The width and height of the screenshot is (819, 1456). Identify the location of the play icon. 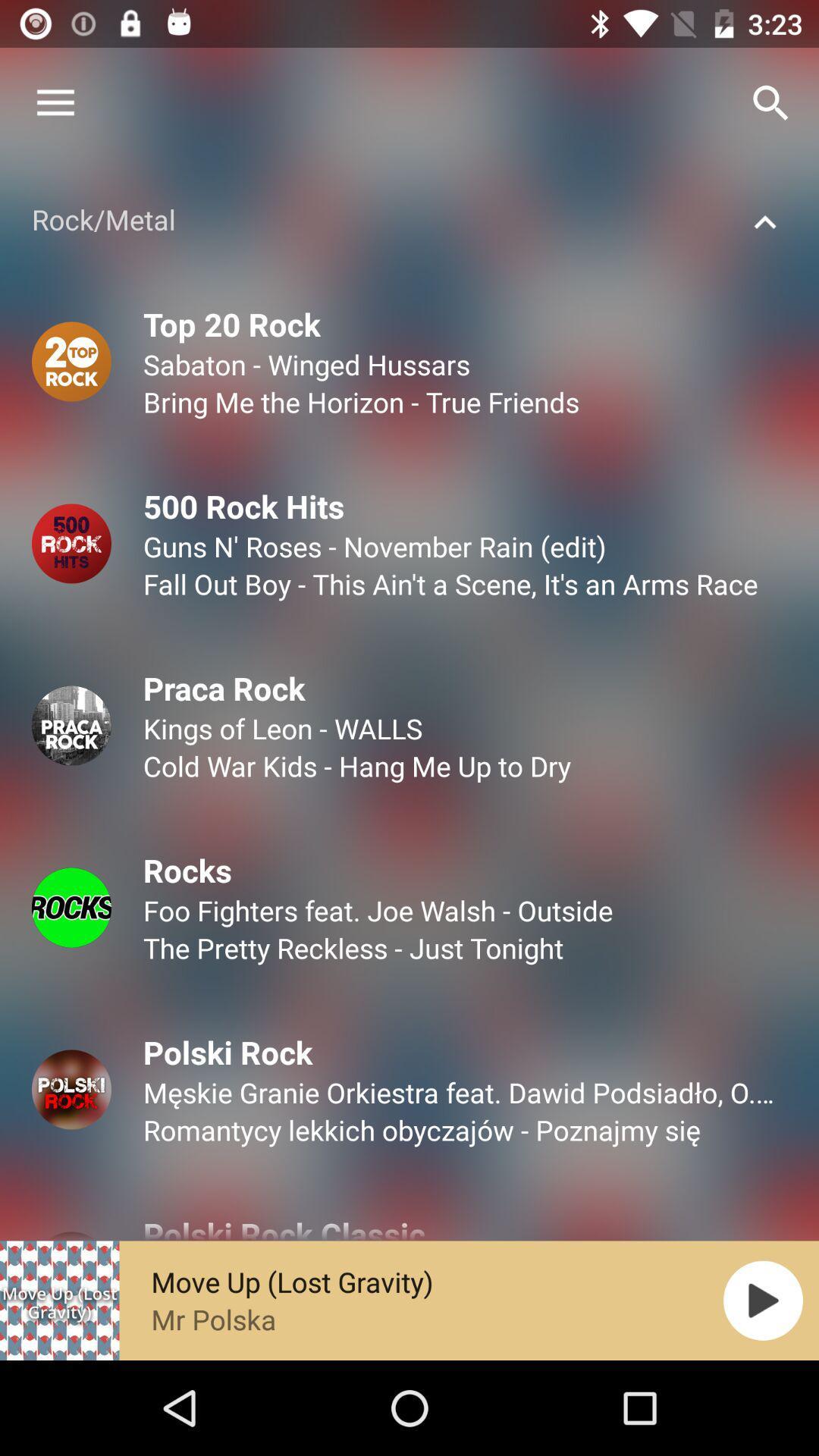
(763, 1300).